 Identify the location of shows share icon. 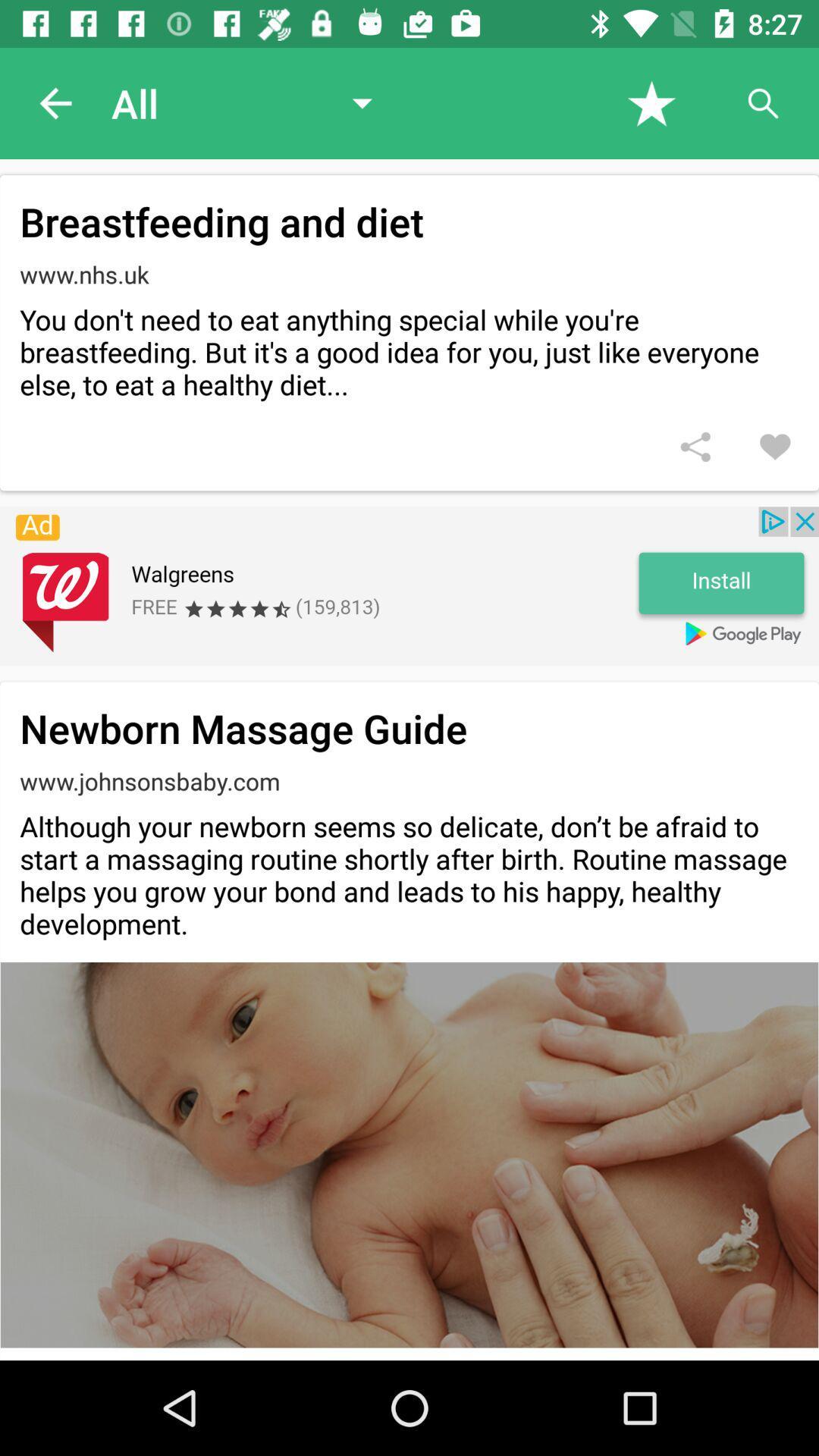
(695, 446).